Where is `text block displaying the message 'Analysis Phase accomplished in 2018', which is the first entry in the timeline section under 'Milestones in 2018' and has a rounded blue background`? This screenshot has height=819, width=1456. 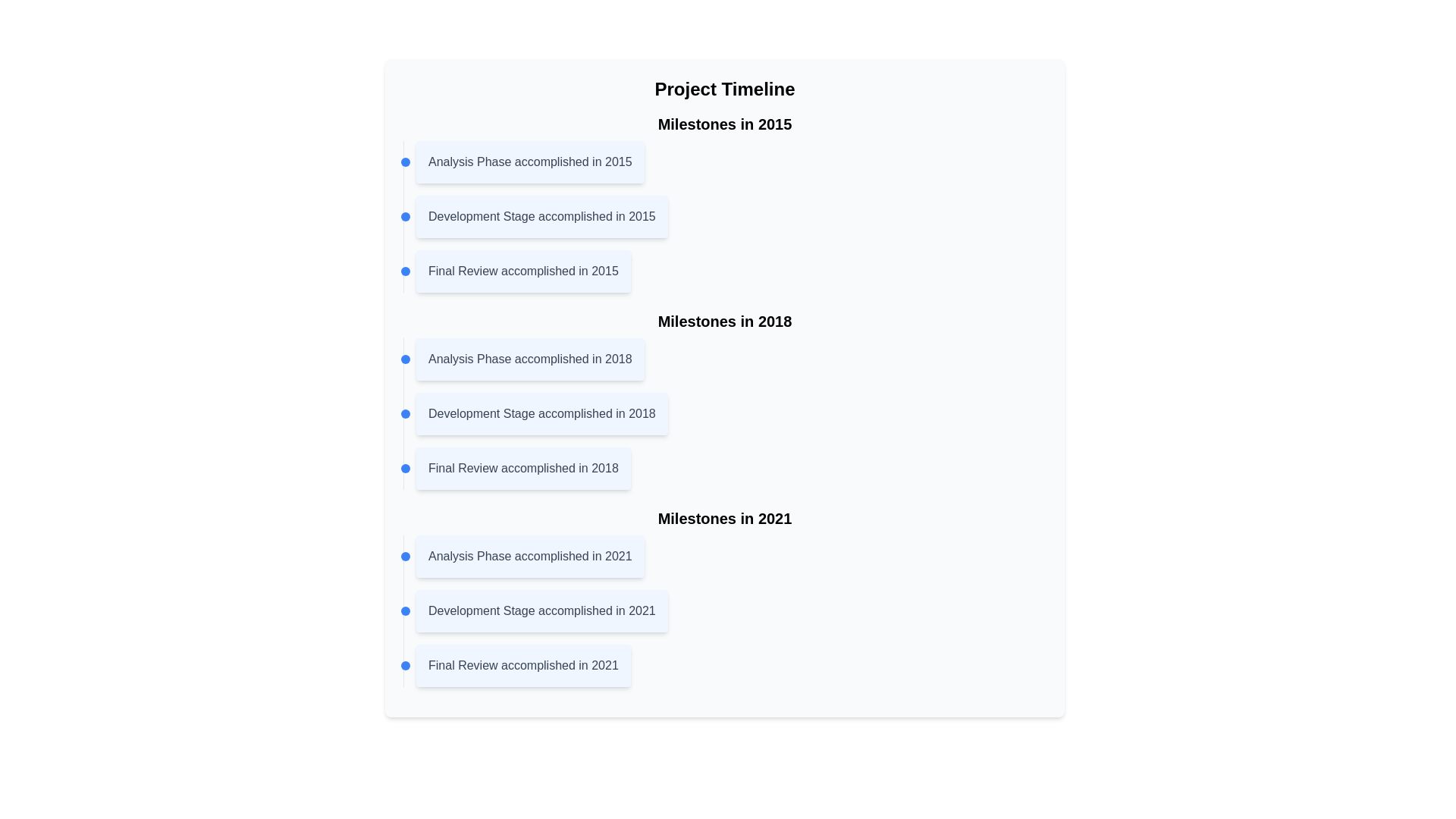 text block displaying the message 'Analysis Phase accomplished in 2018', which is the first entry in the timeline section under 'Milestones in 2018' and has a rounded blue background is located at coordinates (530, 359).